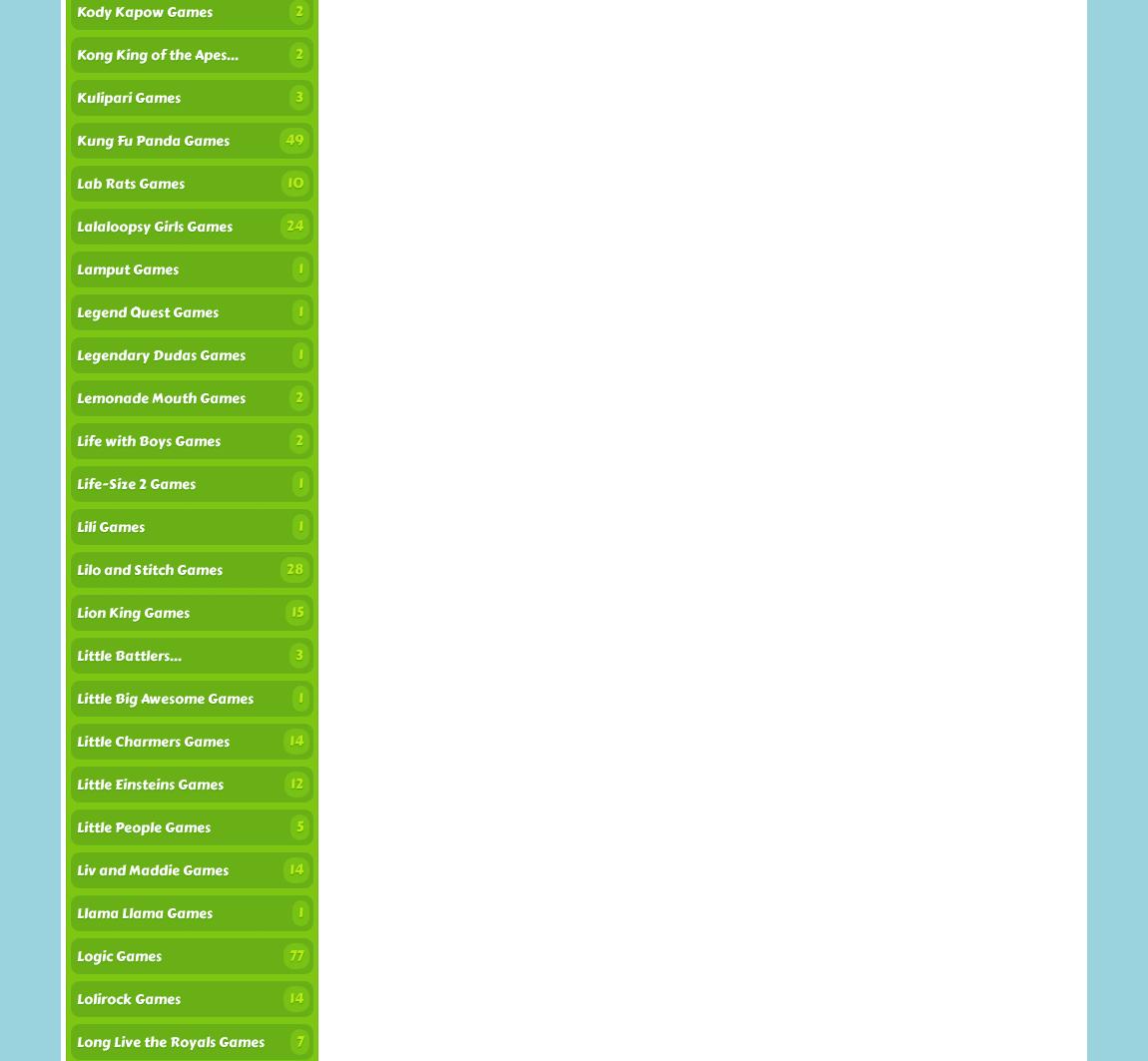 This screenshot has height=1061, width=1148. What do you see at coordinates (294, 568) in the screenshot?
I see `'28'` at bounding box center [294, 568].